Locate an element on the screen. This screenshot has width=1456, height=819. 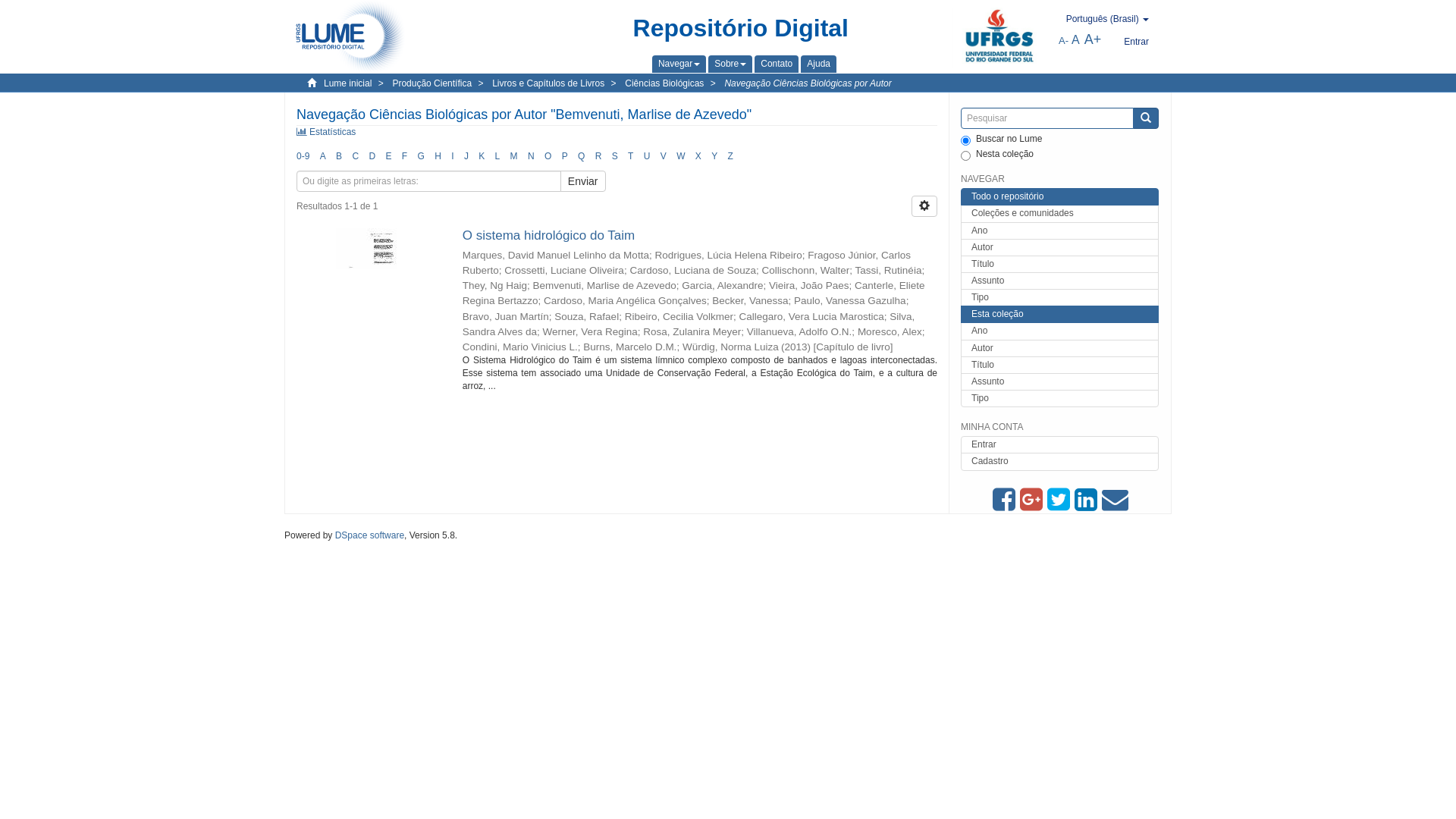
'A+' is located at coordinates (1093, 38).